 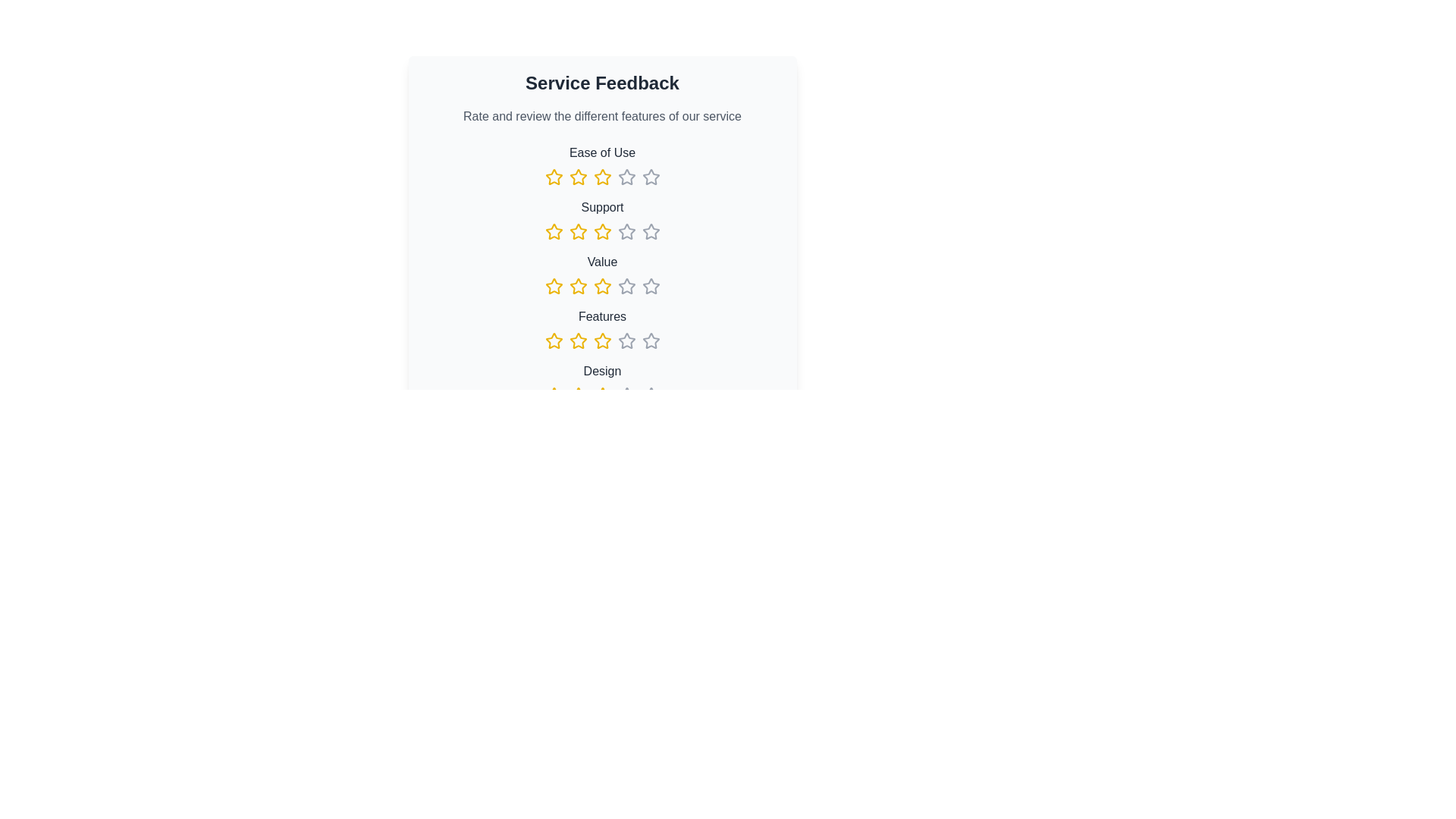 What do you see at coordinates (601, 231) in the screenshot?
I see `the fourth star in the 'Support' rating row` at bounding box center [601, 231].